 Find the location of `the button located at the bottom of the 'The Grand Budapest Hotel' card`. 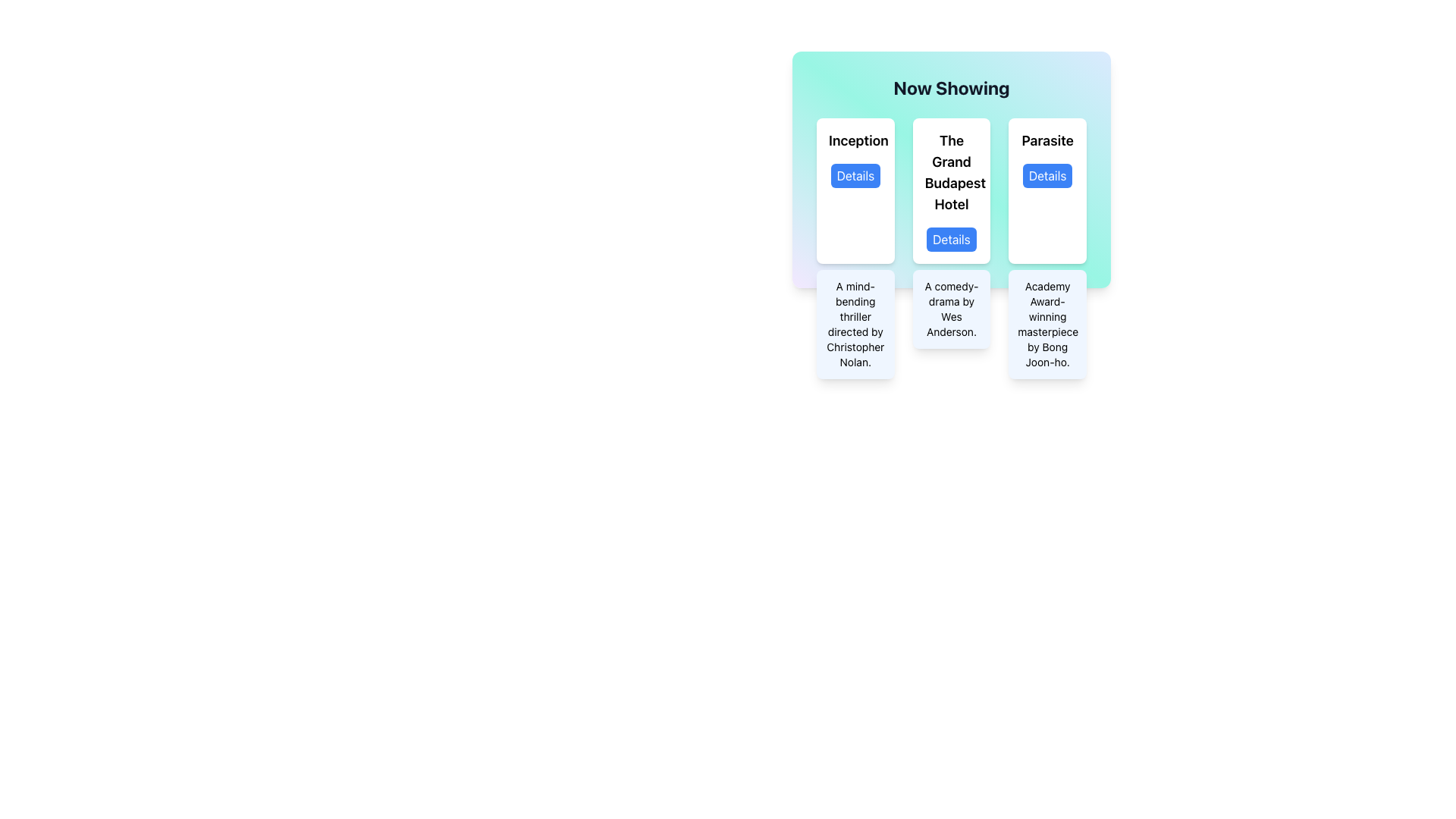

the button located at the bottom of the 'The Grand Budapest Hotel' card is located at coordinates (950, 239).